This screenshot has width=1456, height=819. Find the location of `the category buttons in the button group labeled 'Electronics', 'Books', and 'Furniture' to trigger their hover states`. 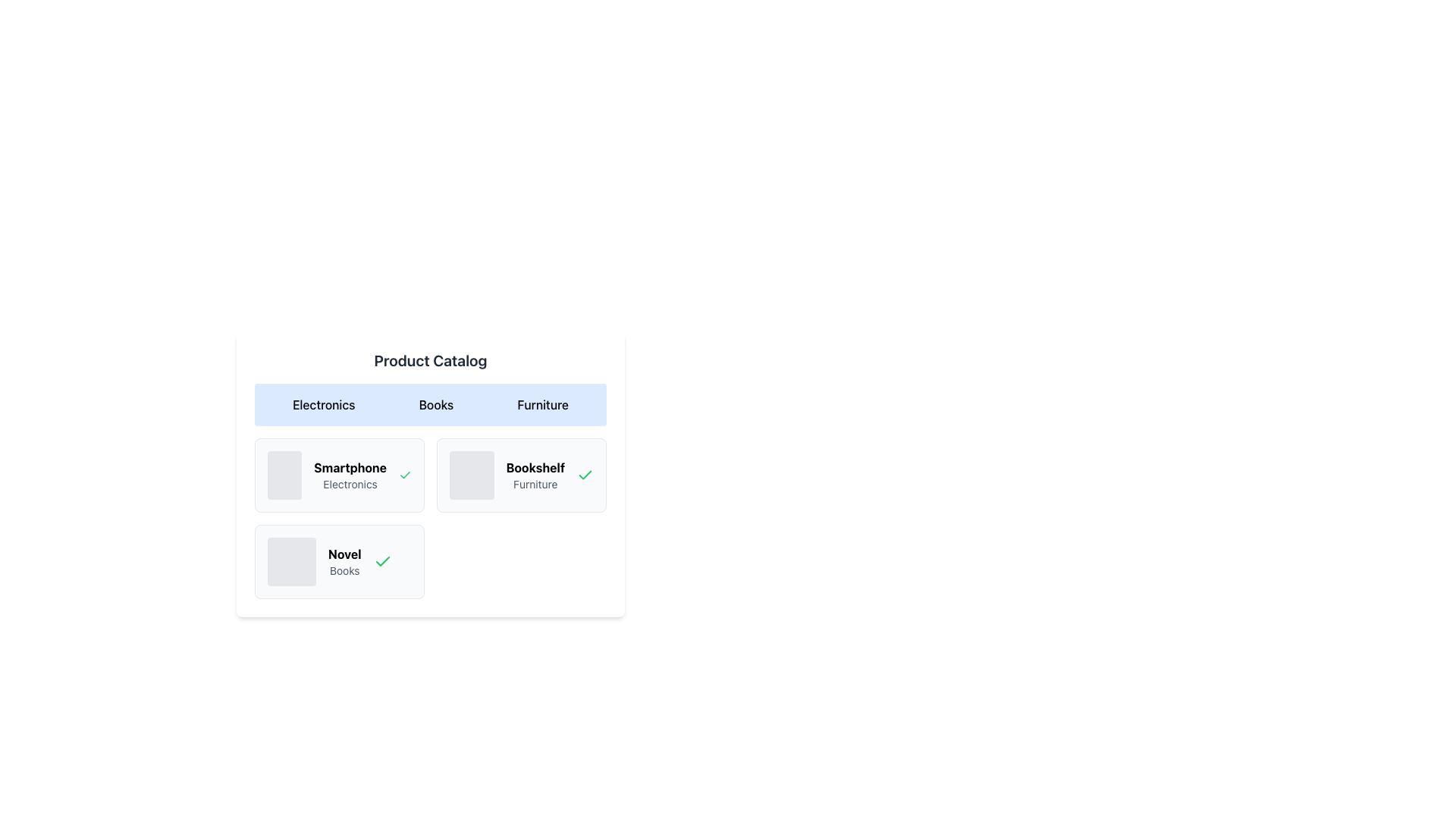

the category buttons in the button group labeled 'Electronics', 'Books', and 'Furniture' to trigger their hover states is located at coordinates (429, 403).